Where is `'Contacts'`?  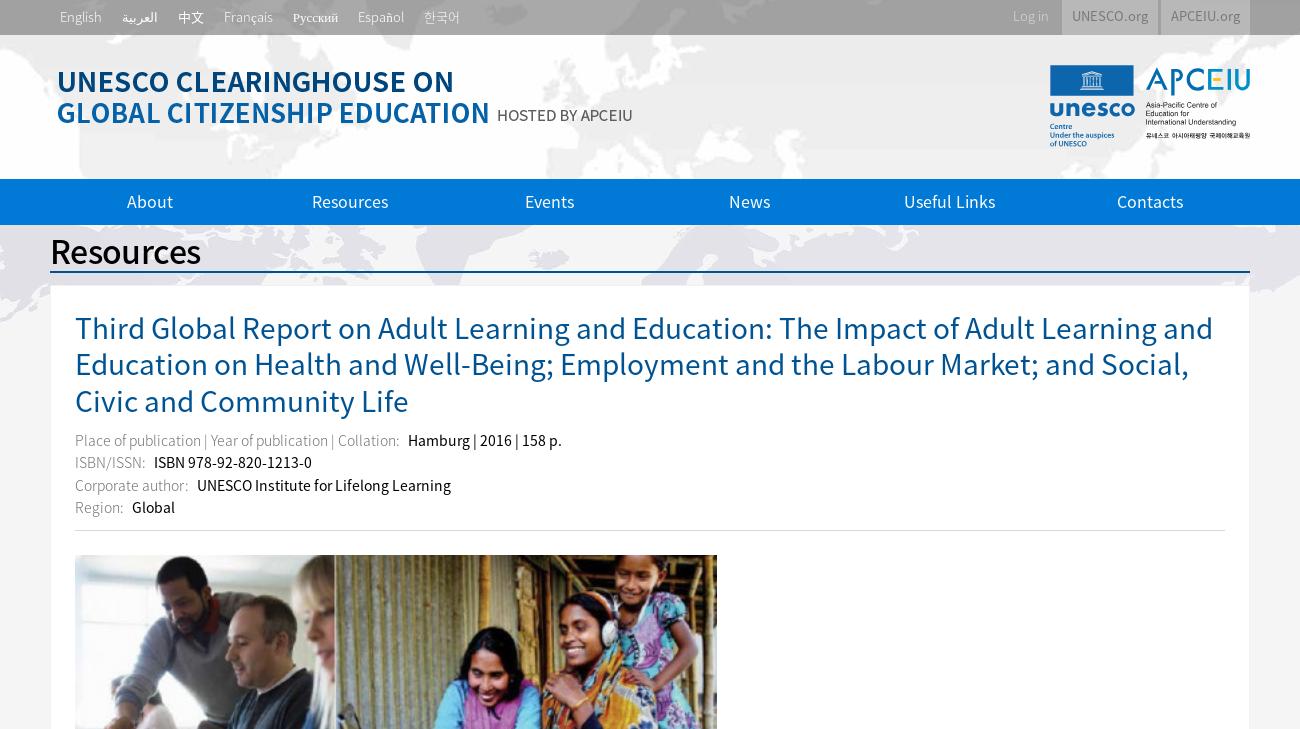 'Contacts' is located at coordinates (1115, 199).